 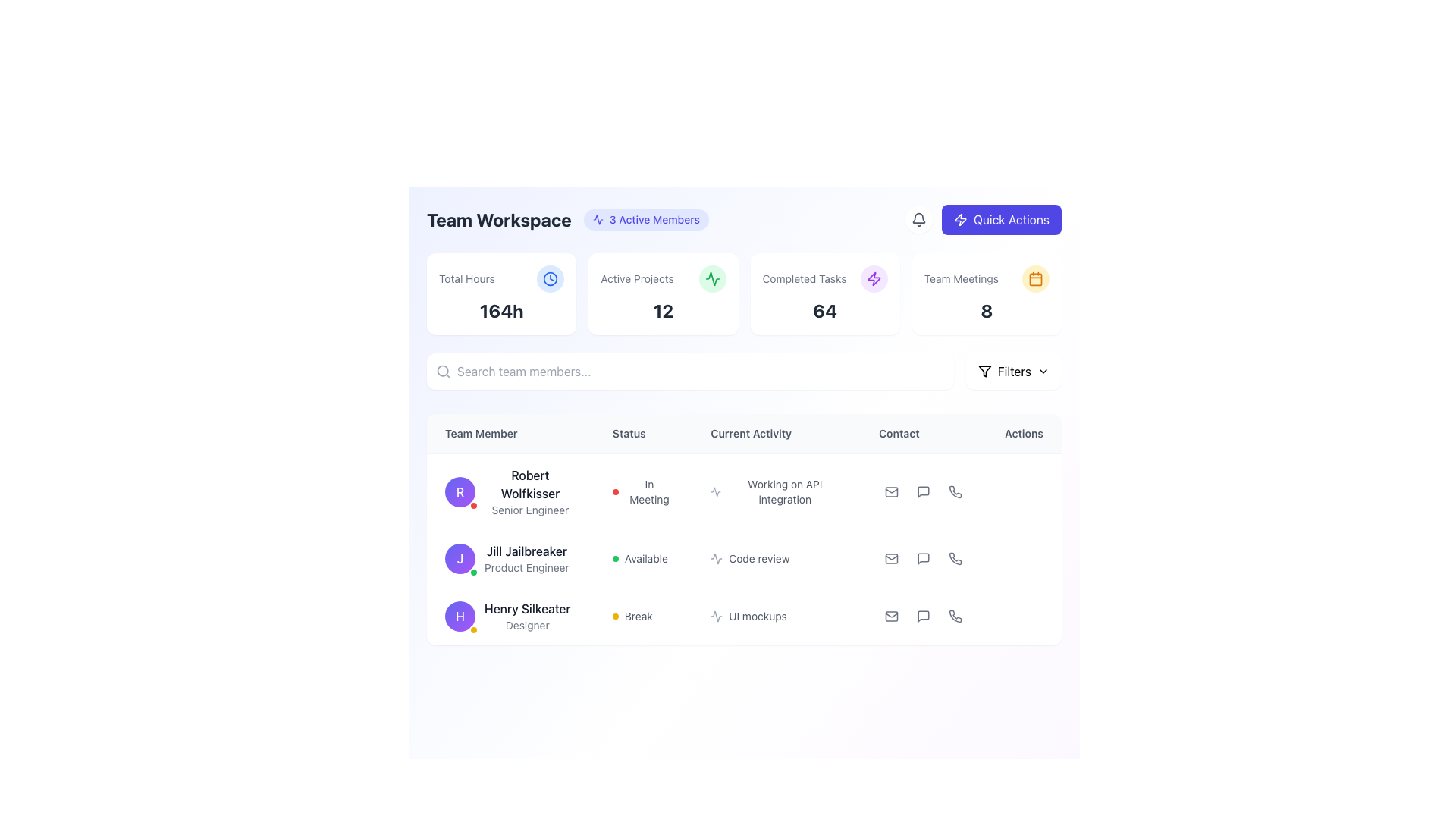 What do you see at coordinates (510, 617) in the screenshot?
I see `to select or highlight the Profile card item for the team member, which is the third entry in the 'Team Member' section of the list, showing their profile avatar, name, and role designation` at bounding box center [510, 617].